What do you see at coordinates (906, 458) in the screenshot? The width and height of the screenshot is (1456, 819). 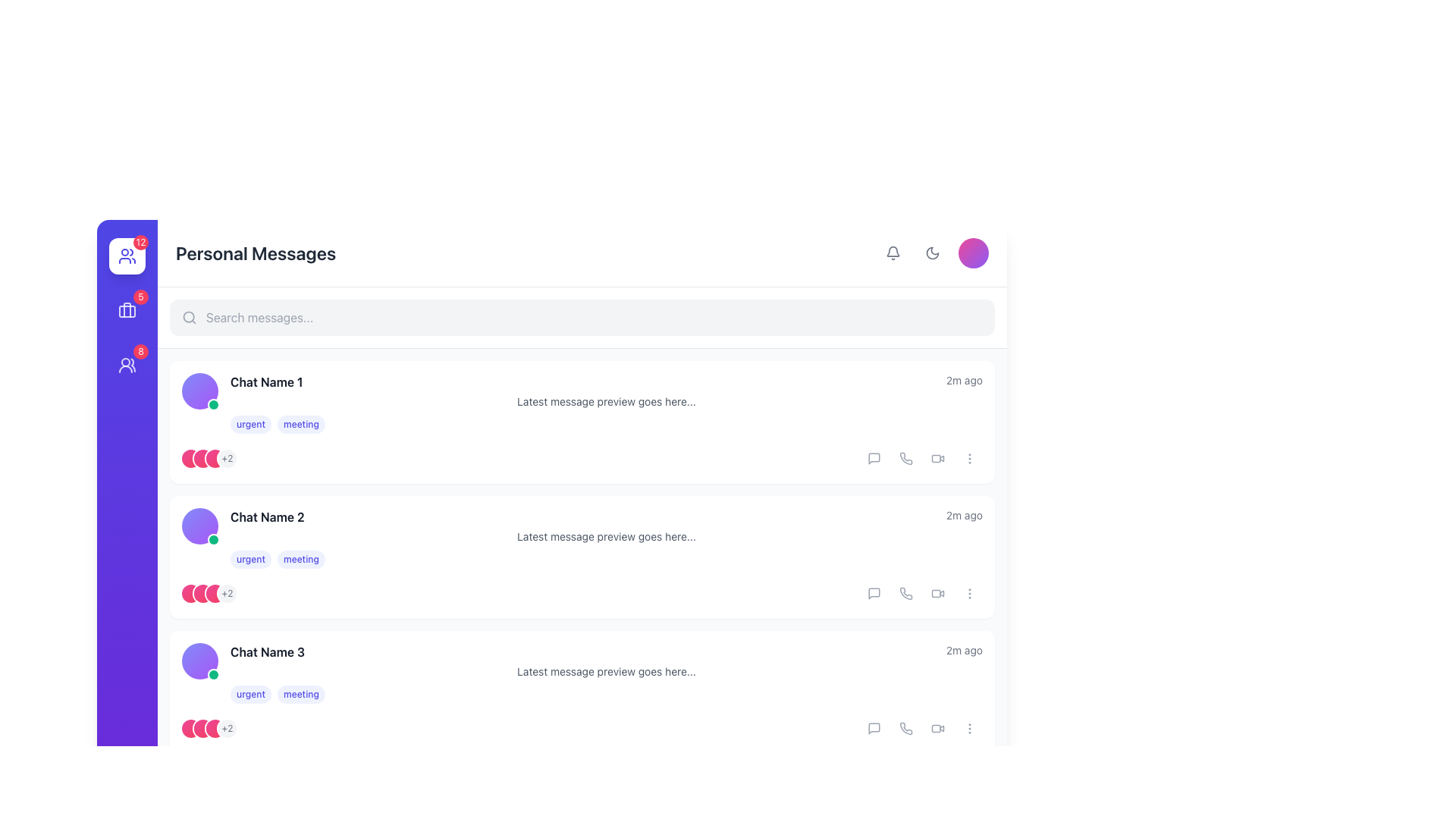 I see `the phone receiver icon, which is styled with thin, rounded lines and is part of the action buttons in the chat user interface, to initiate a call` at bounding box center [906, 458].